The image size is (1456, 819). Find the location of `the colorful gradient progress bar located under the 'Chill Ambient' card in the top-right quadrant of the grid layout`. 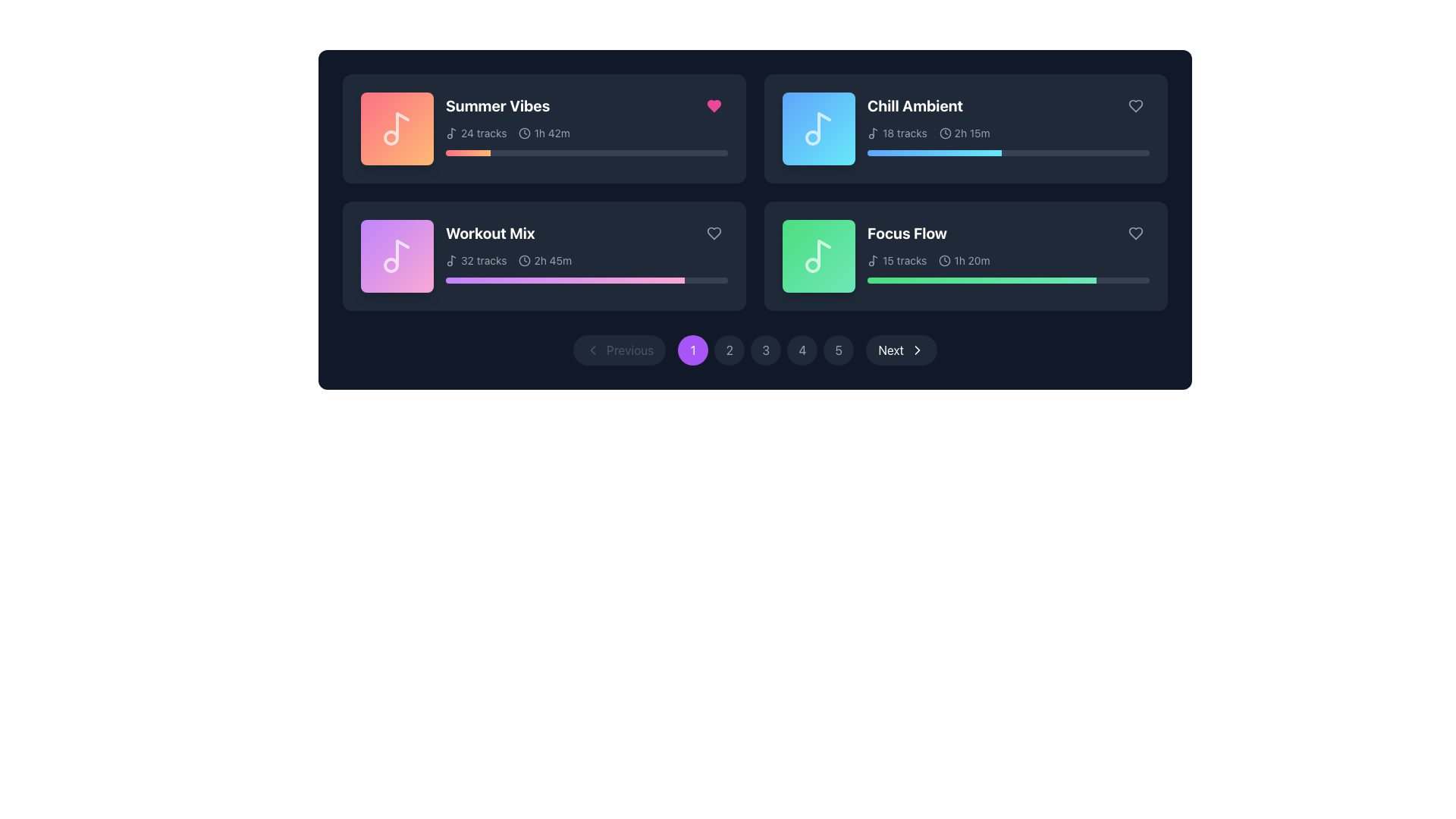

the colorful gradient progress bar located under the 'Chill Ambient' card in the top-right quadrant of the grid layout is located at coordinates (934, 152).